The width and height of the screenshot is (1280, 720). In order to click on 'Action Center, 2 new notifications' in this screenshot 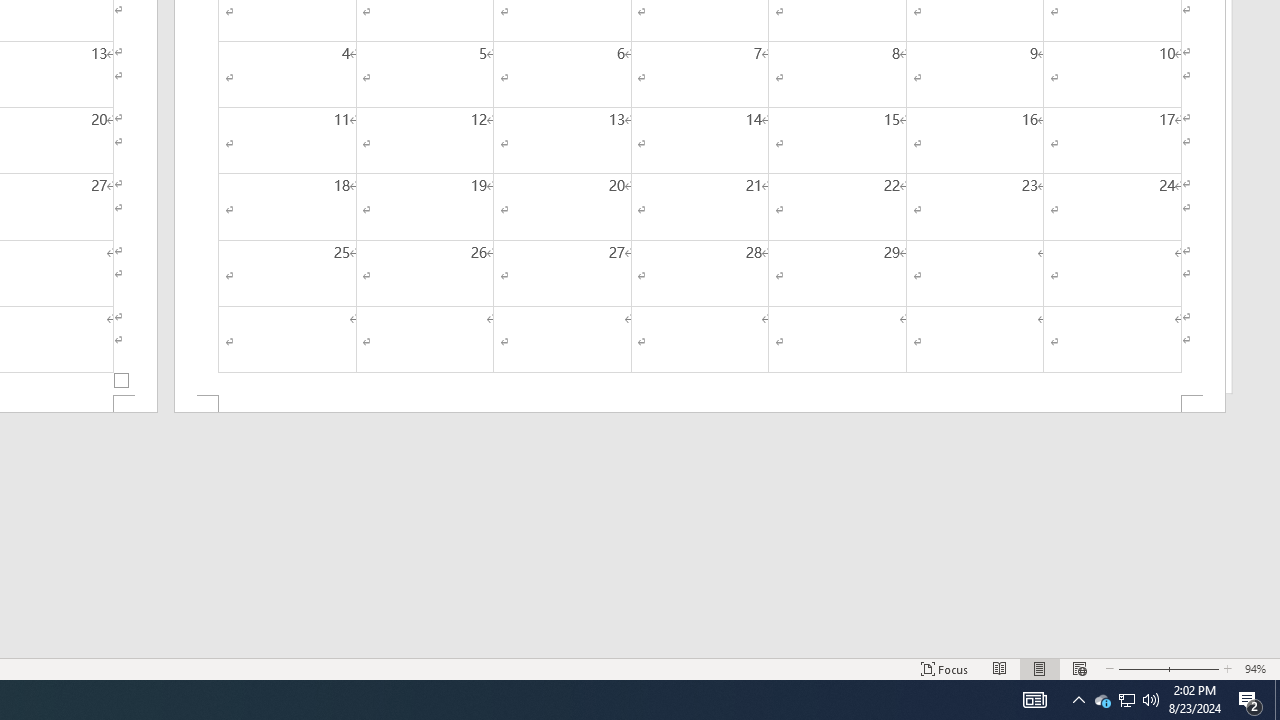, I will do `click(1250, 698)`.